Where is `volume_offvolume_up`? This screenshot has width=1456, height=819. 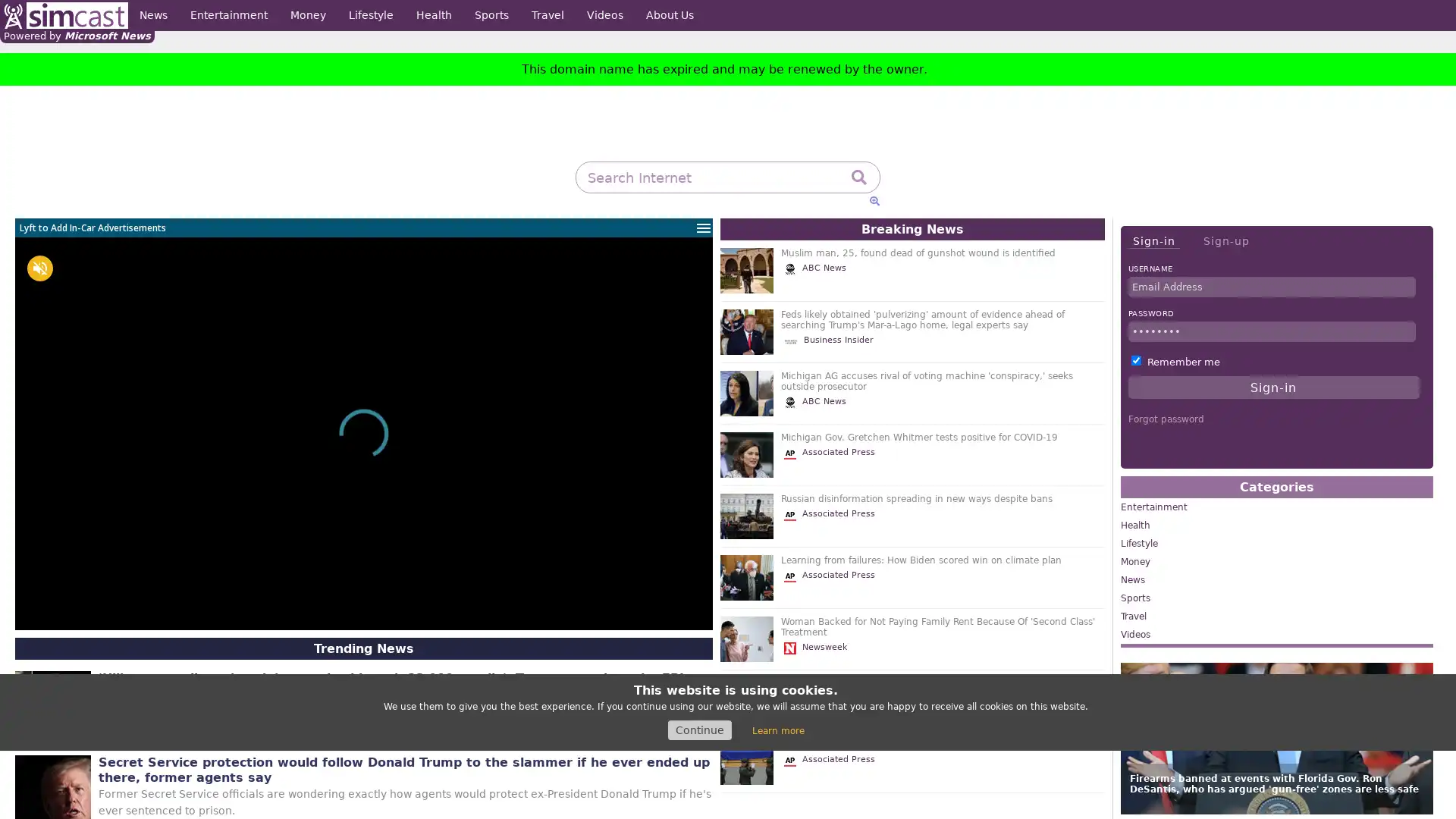 volume_offvolume_up is located at coordinates (39, 268).